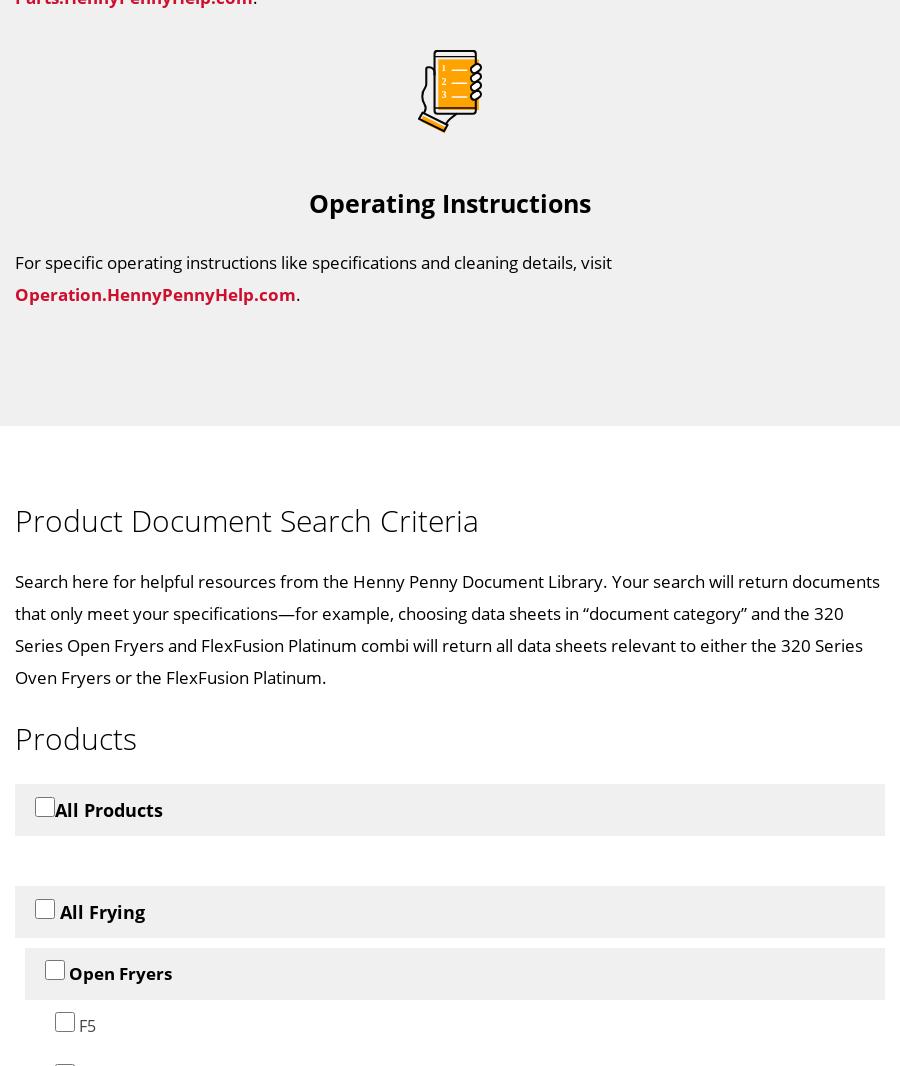 This screenshot has width=900, height=1066. I want to click on 'Products', so click(74, 736).